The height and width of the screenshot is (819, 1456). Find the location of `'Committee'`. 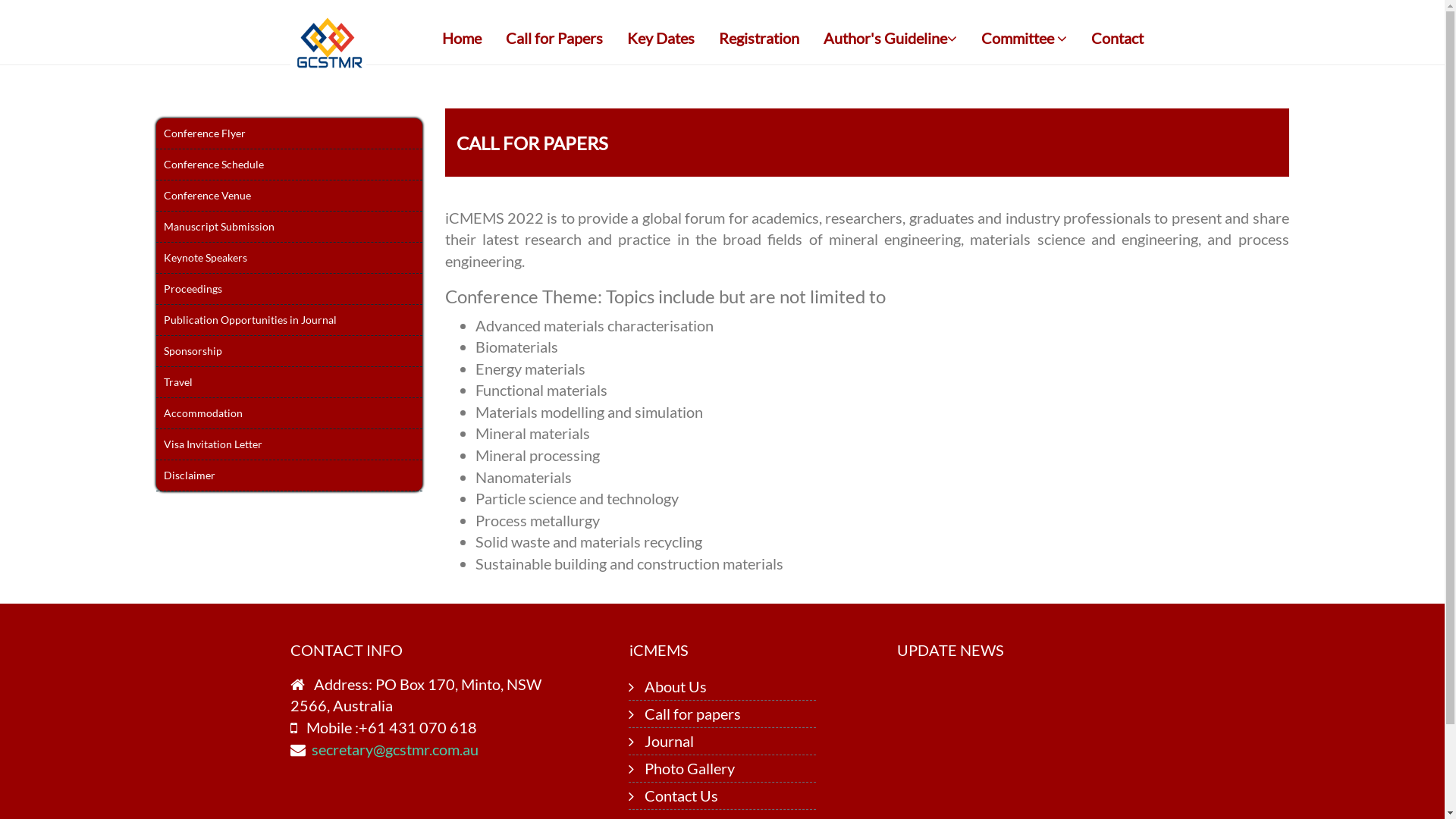

'Committee' is located at coordinates (1023, 37).